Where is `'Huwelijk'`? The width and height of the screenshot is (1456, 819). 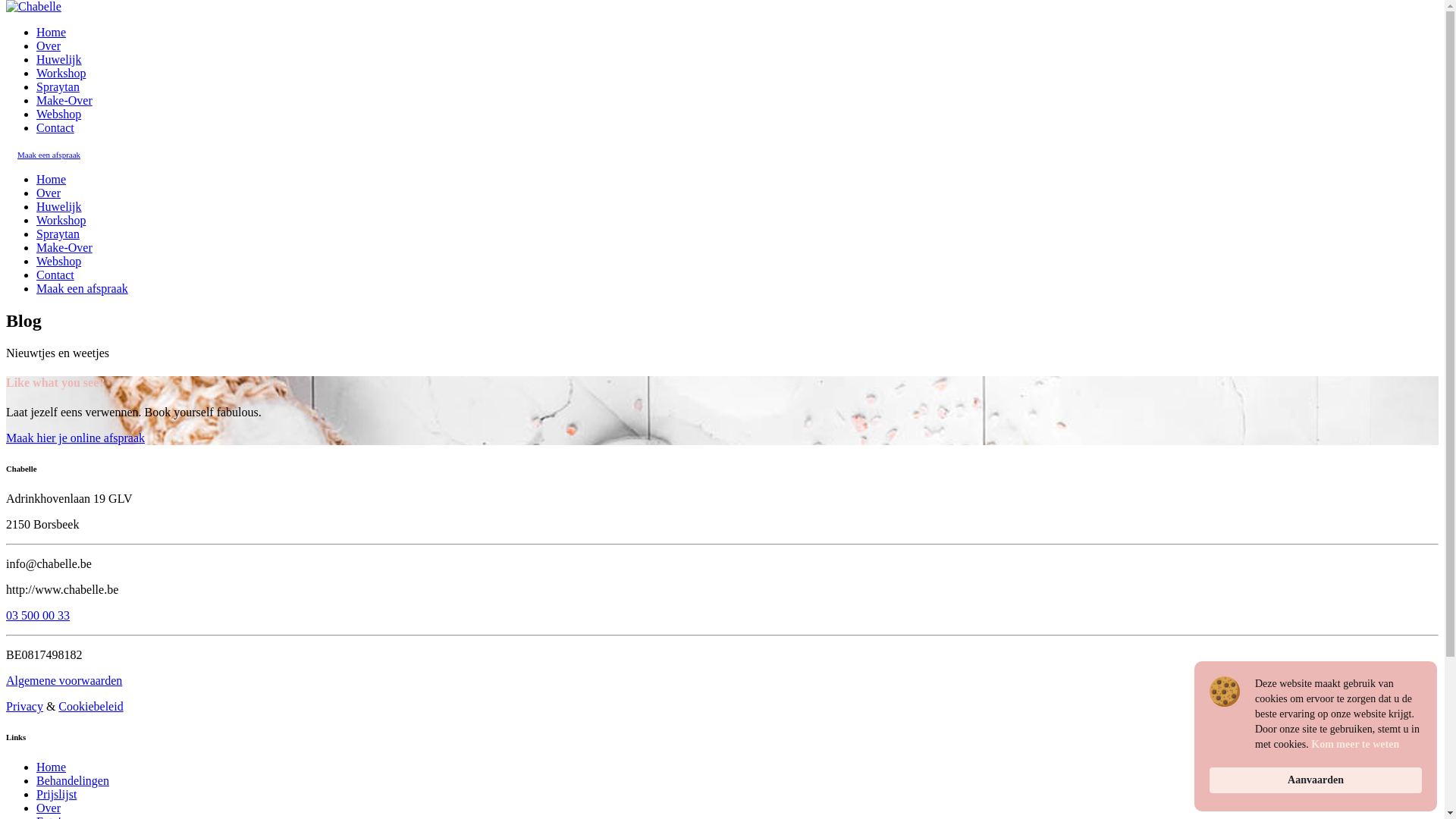 'Huwelijk' is located at coordinates (58, 58).